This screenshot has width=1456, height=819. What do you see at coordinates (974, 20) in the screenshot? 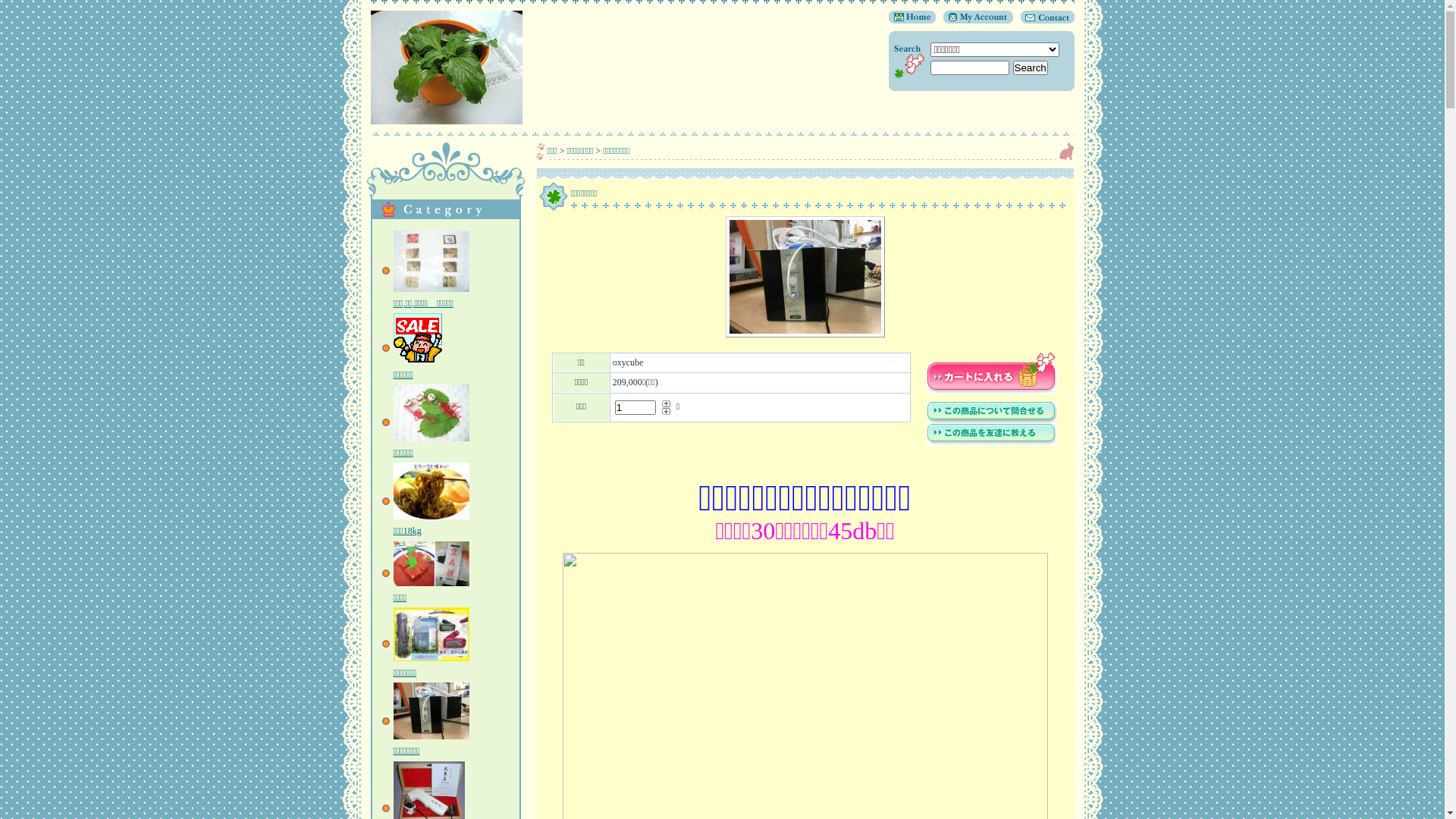
I see `'My Account'` at bounding box center [974, 20].